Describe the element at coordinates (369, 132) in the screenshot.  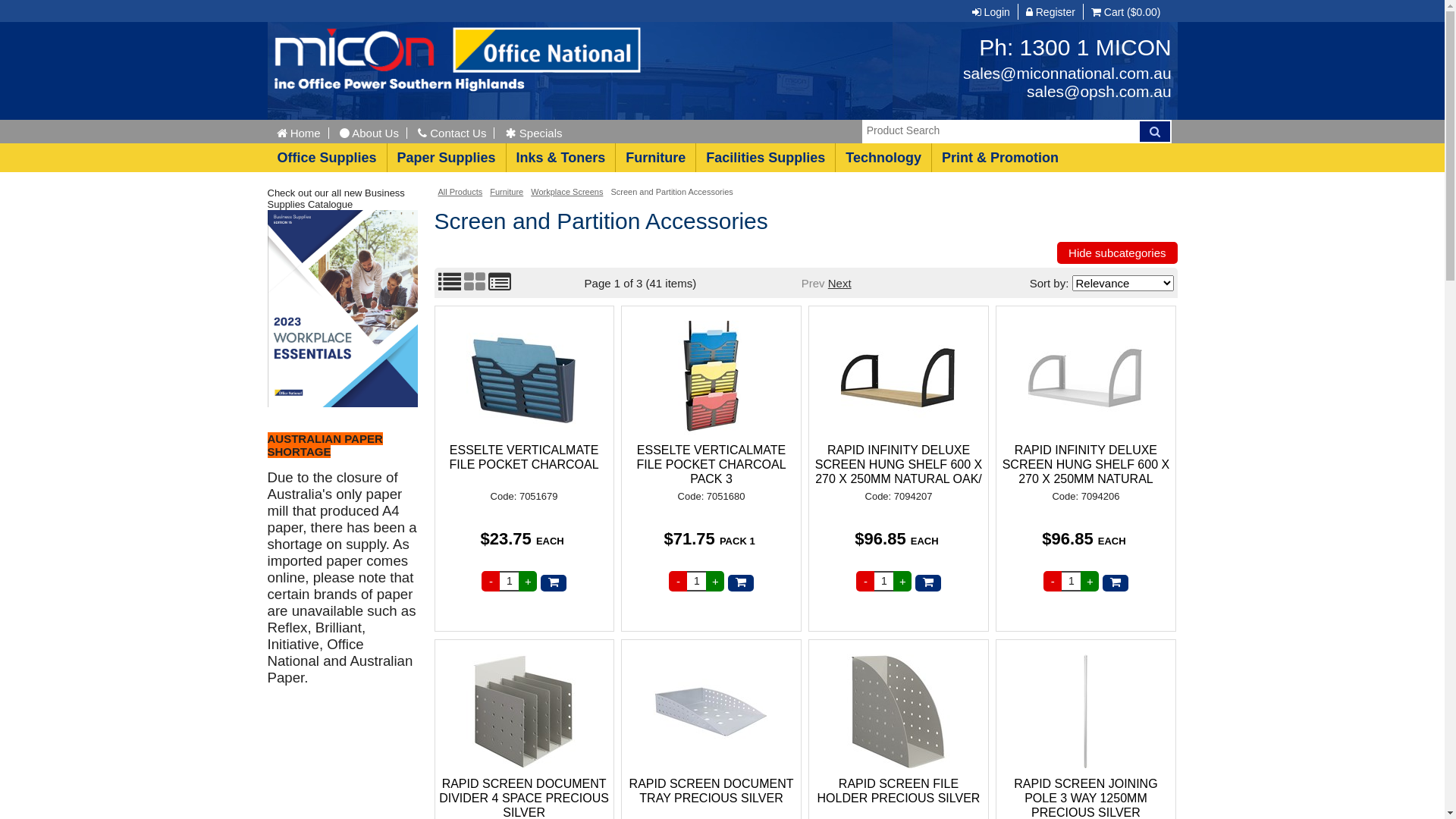
I see `'About Us'` at that location.